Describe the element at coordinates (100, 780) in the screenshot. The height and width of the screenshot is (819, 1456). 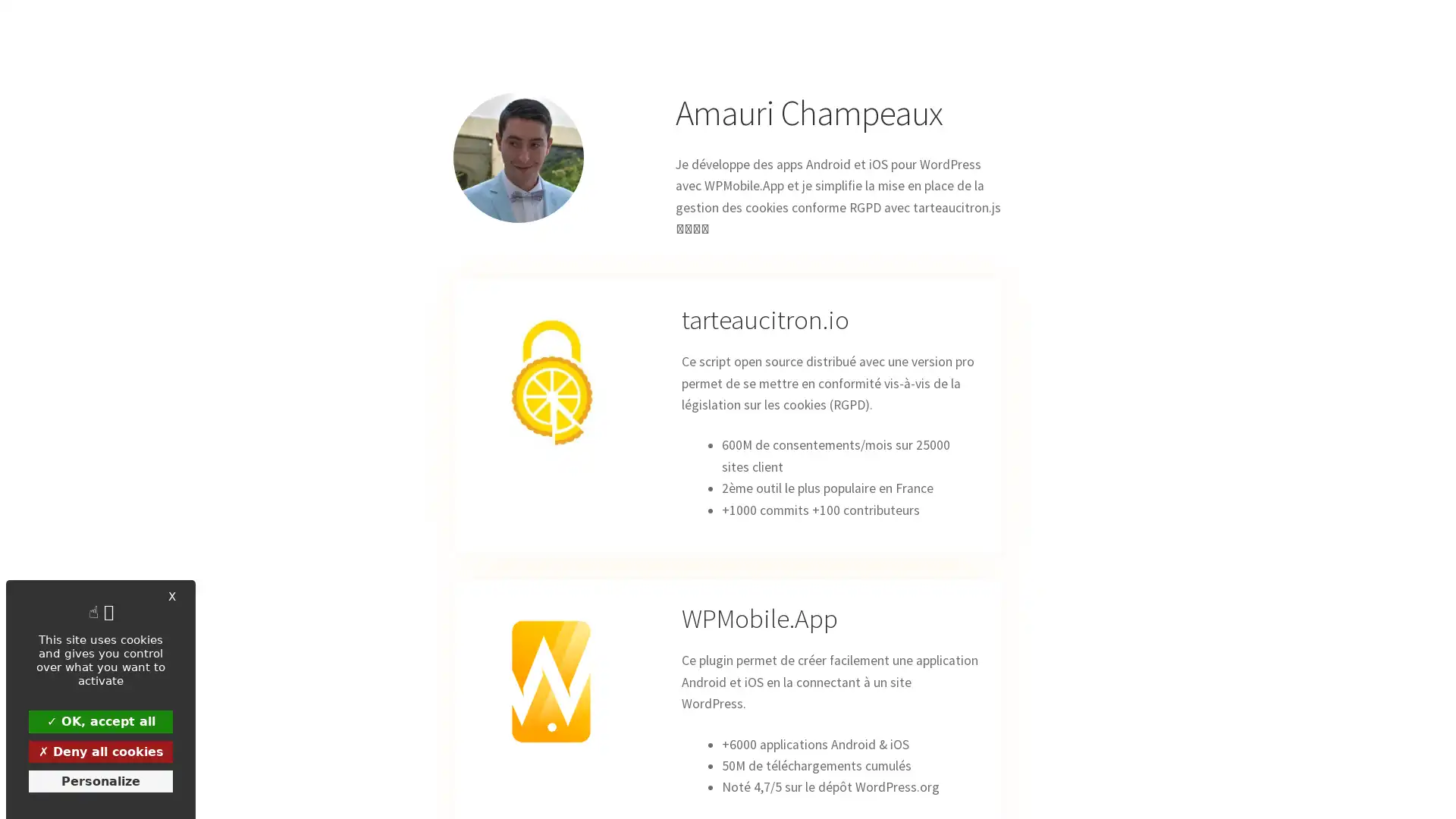
I see `Personalize (modal window)` at that location.